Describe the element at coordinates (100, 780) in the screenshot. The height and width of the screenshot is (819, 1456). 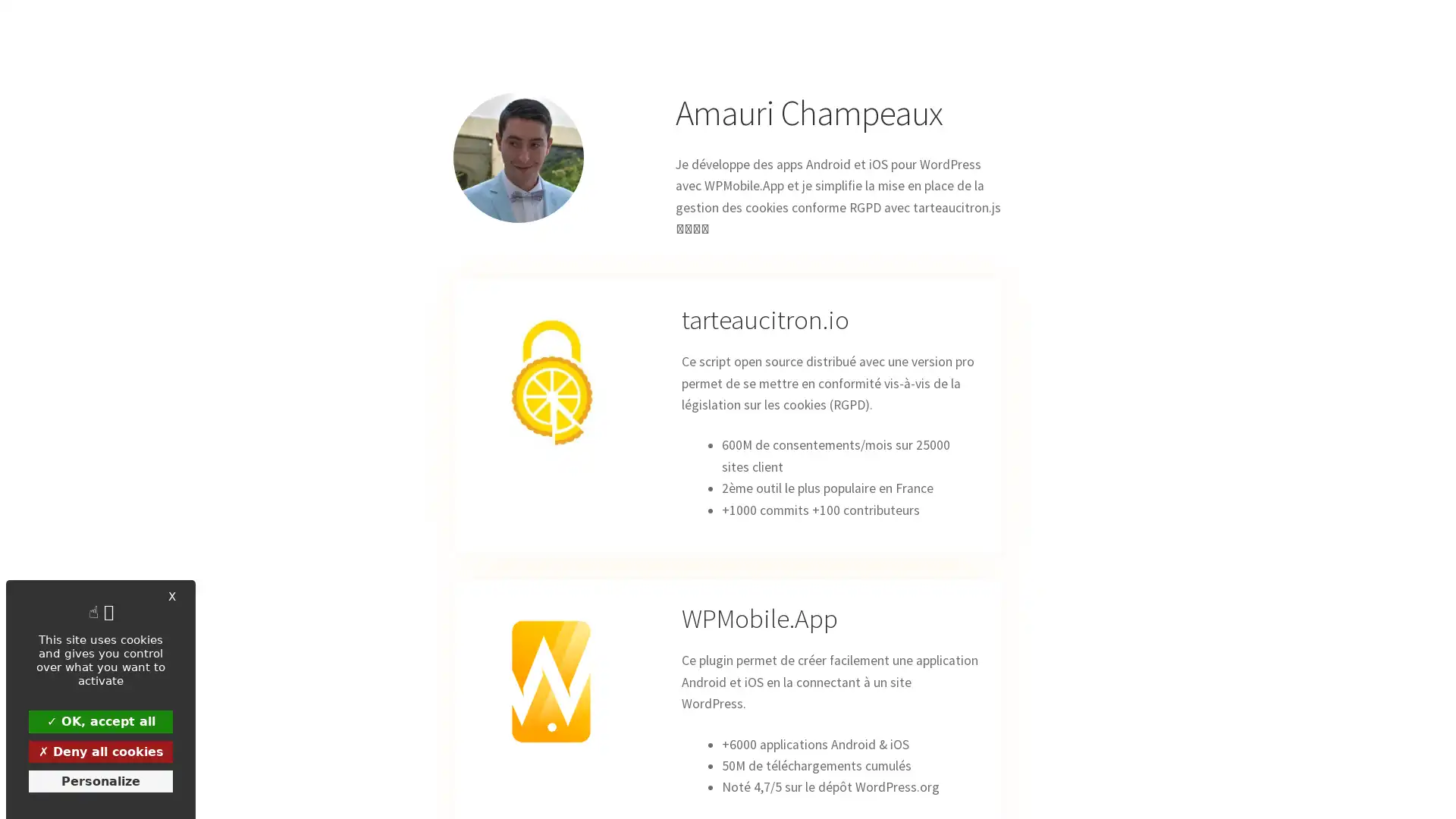
I see `Personalize (modal window)` at that location.